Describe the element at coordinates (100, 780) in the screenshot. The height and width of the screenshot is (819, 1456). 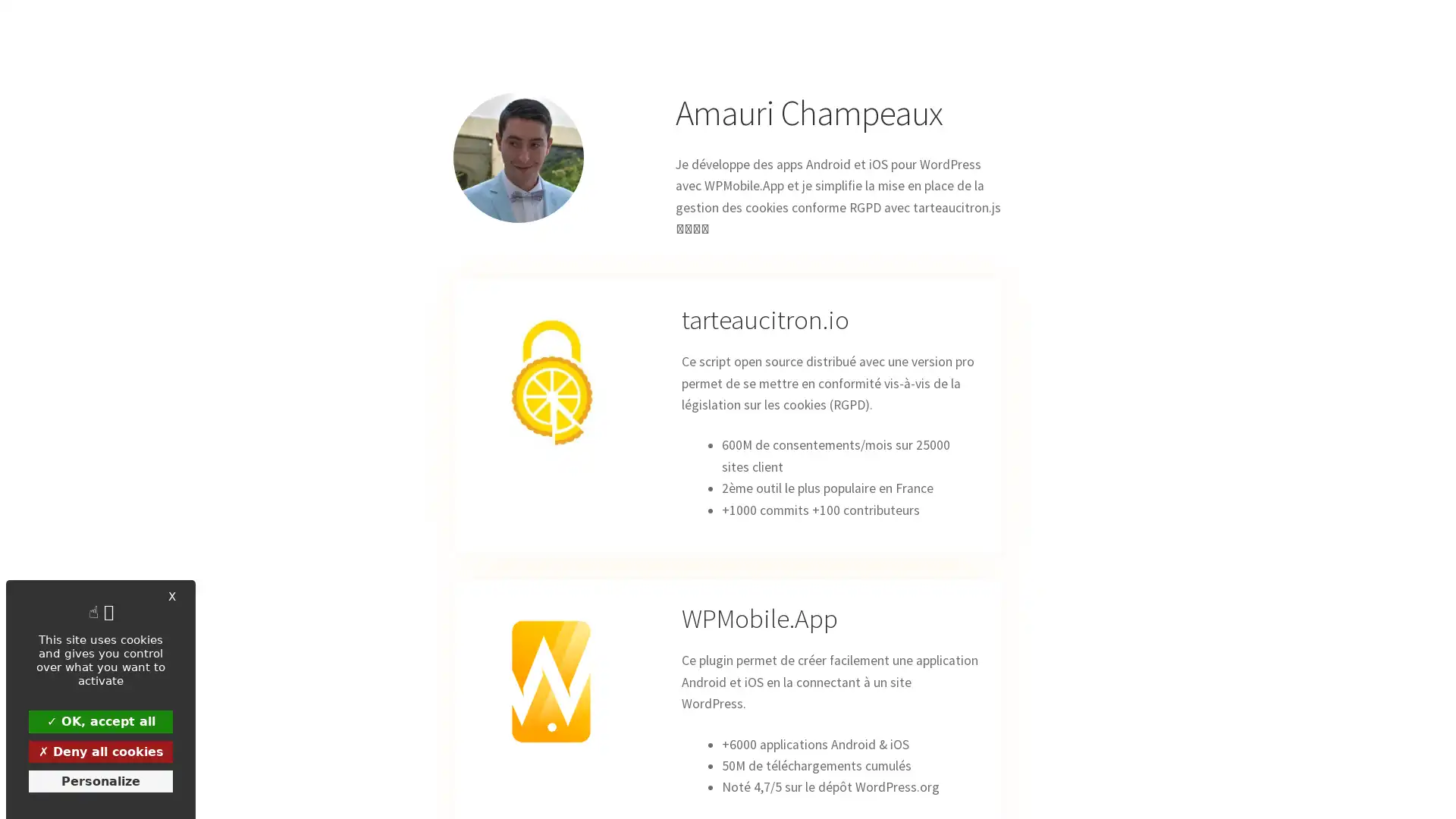
I see `Personalize (modal window)` at that location.